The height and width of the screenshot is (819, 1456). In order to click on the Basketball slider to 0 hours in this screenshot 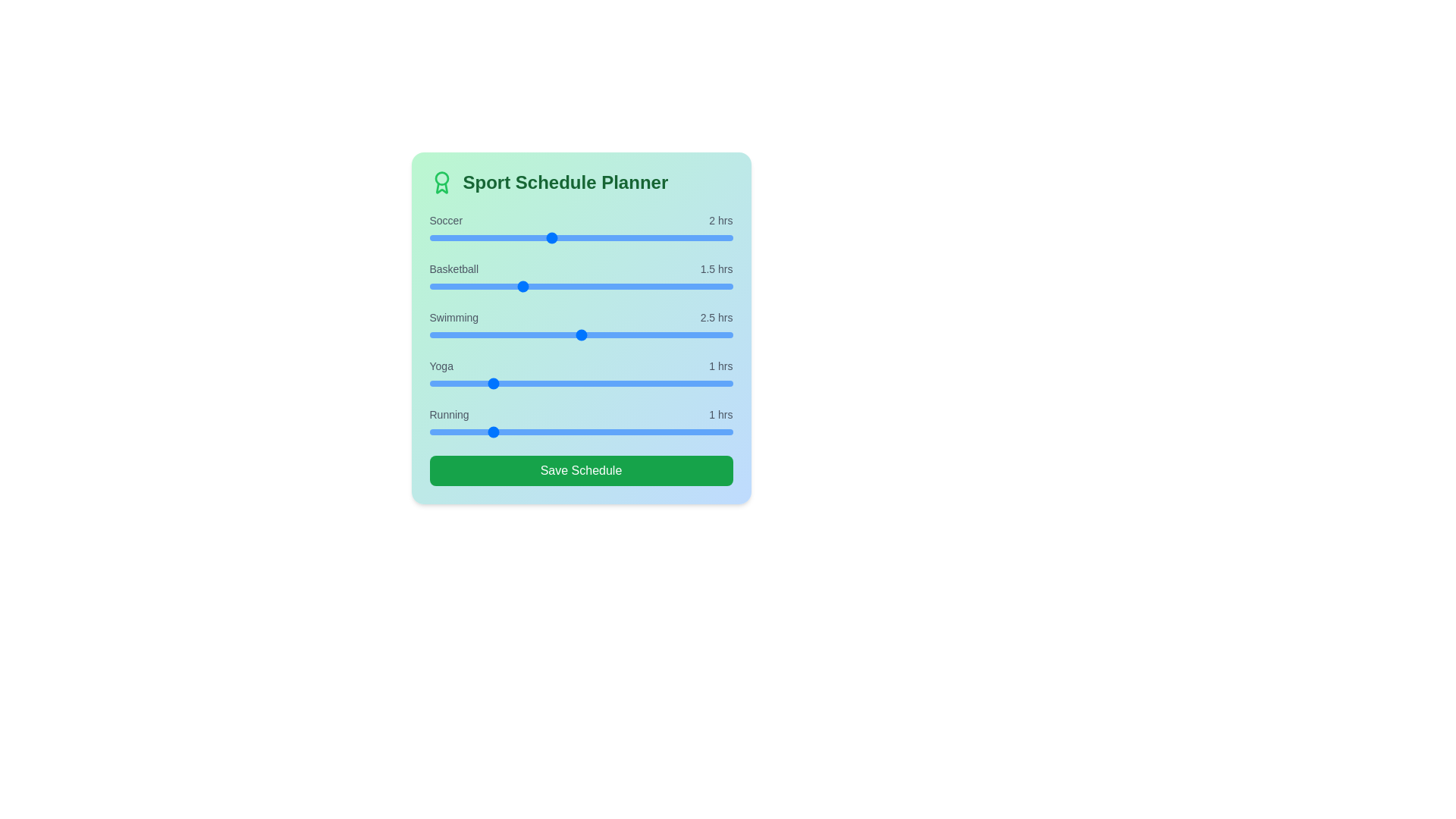, I will do `click(428, 287)`.